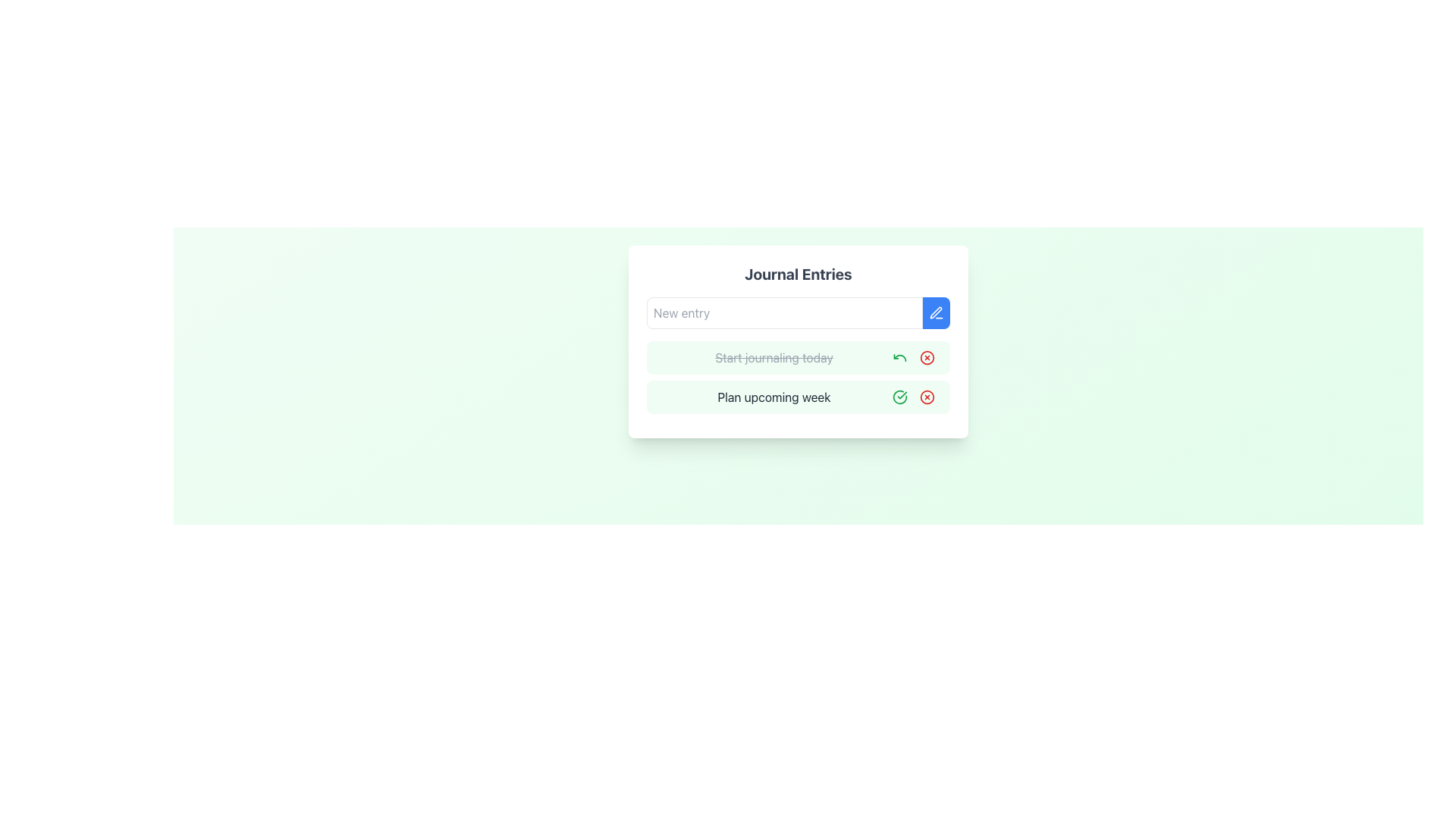 The image size is (1456, 819). I want to click on the text of the second List Item with Action Buttons under the row labeled 'Start journaling today' to focus on the task, so click(797, 397).